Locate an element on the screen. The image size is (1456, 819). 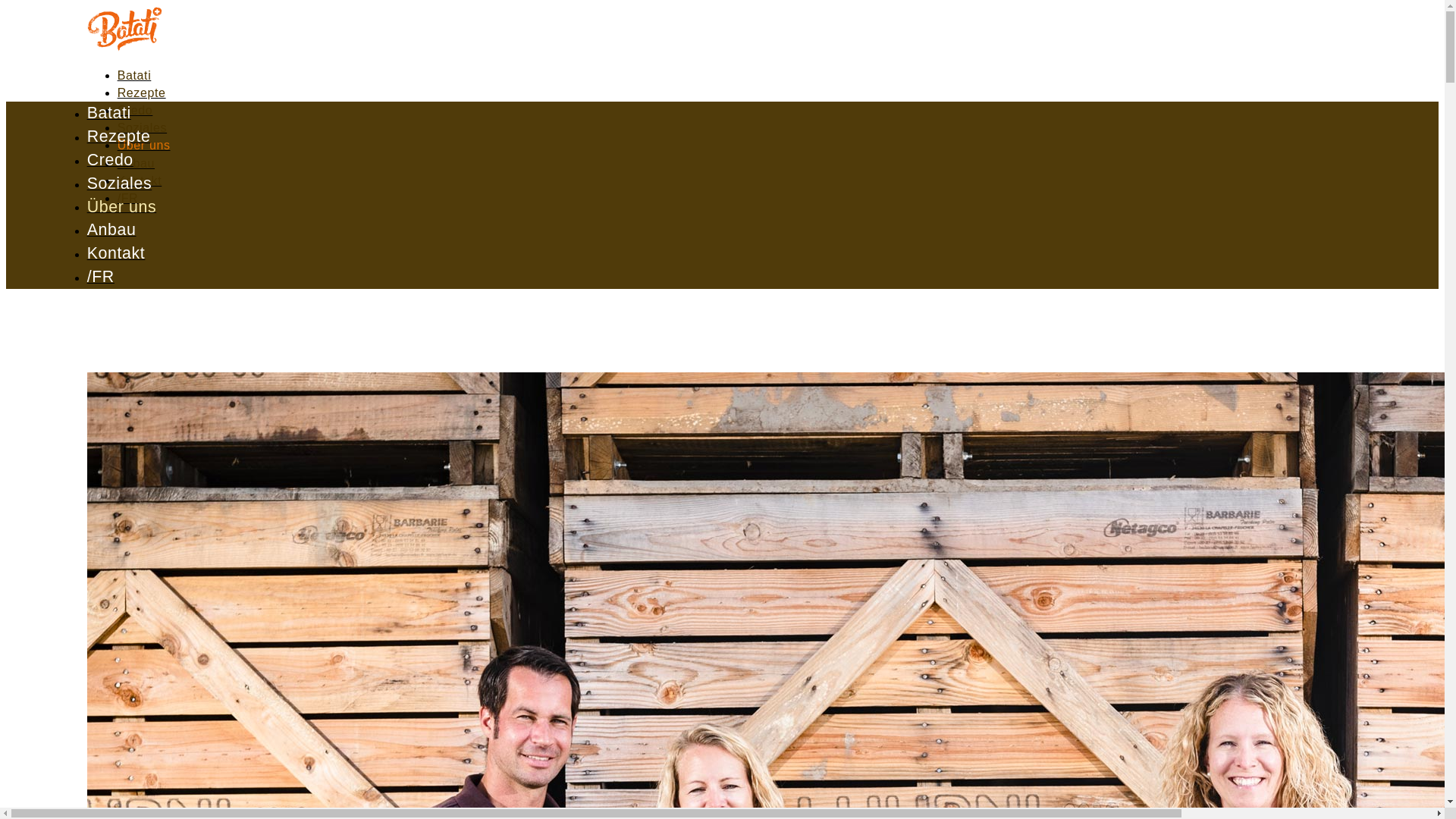
'Soziales' is located at coordinates (119, 184).